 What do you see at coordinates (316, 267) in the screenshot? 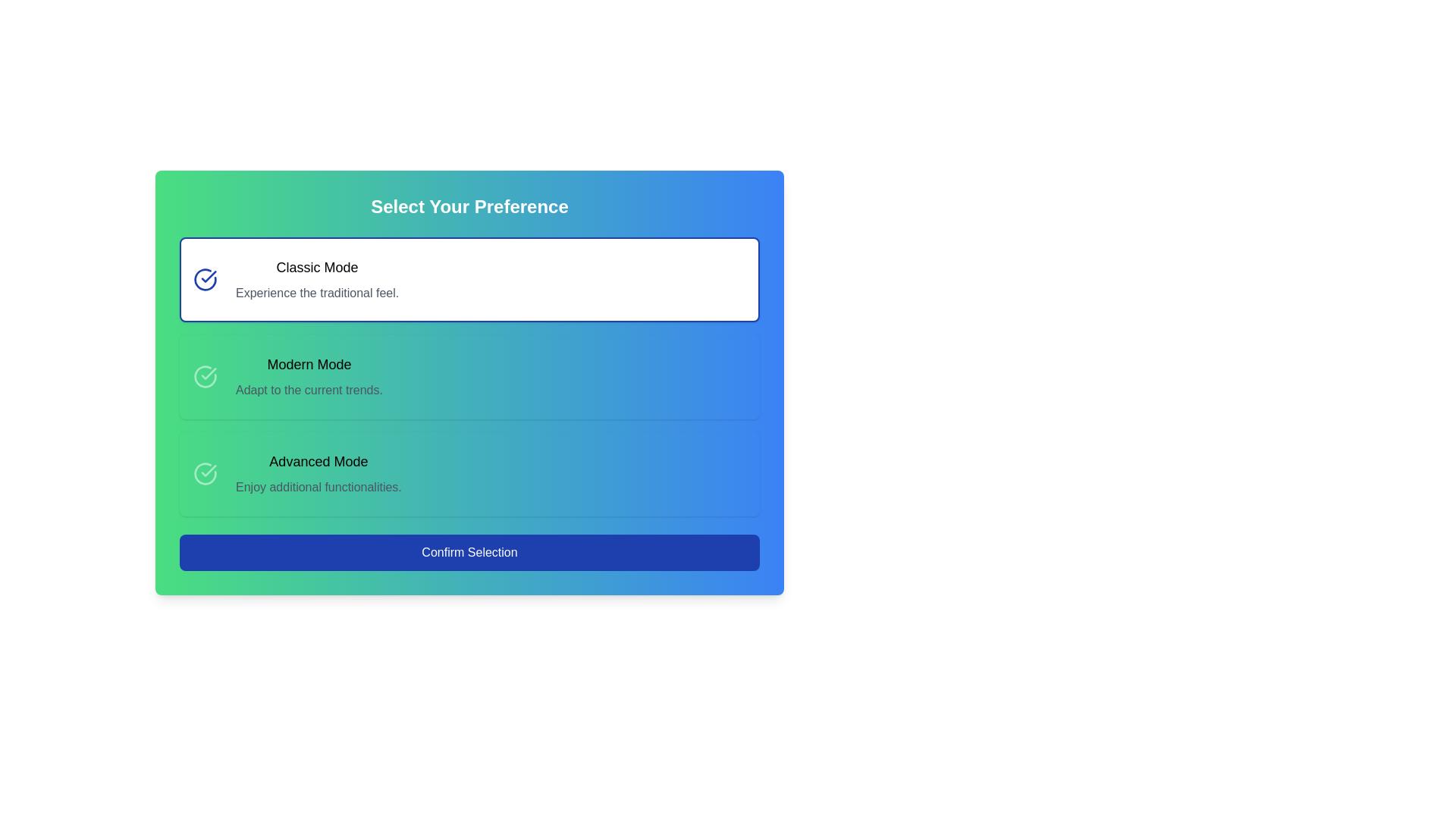
I see `the 'Classic Mode' header text, which is styled with 'text-lg' and 'font-medium' and is the most prominent text in the group` at bounding box center [316, 267].